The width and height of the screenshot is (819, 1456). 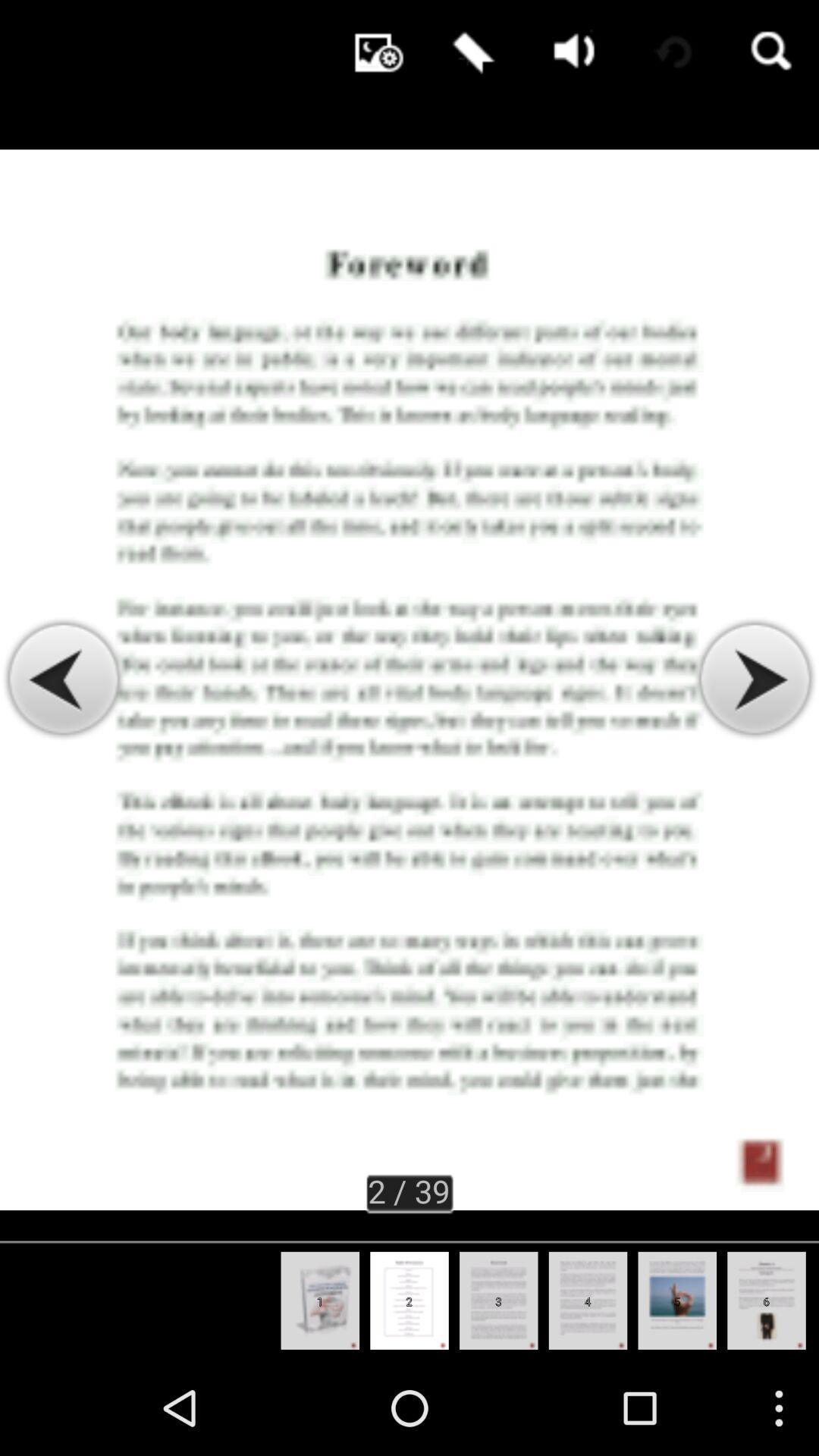 I want to click on the arrow_backward icon, so click(x=63, y=726).